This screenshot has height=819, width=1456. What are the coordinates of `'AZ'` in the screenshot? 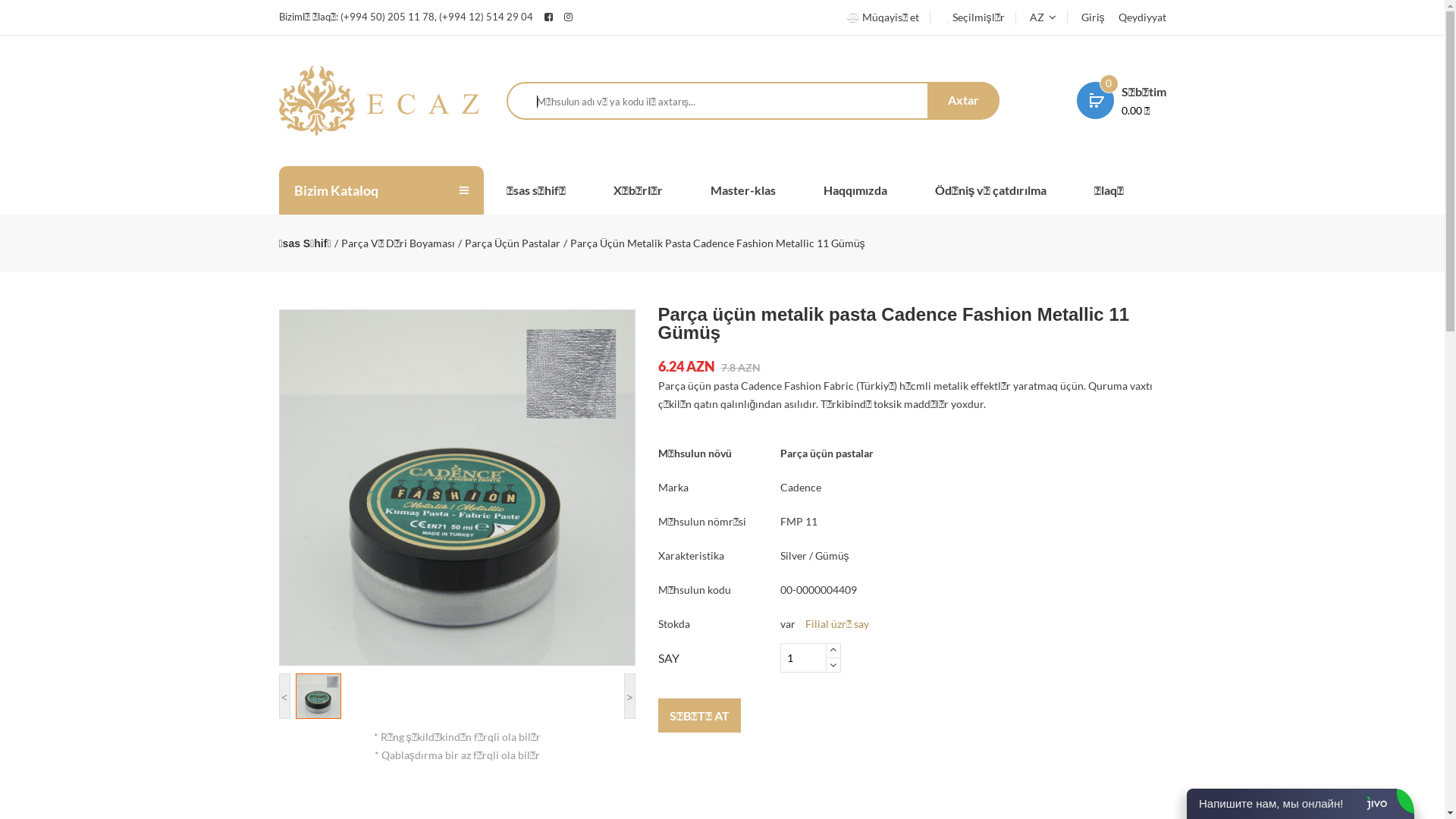 It's located at (1041, 17).